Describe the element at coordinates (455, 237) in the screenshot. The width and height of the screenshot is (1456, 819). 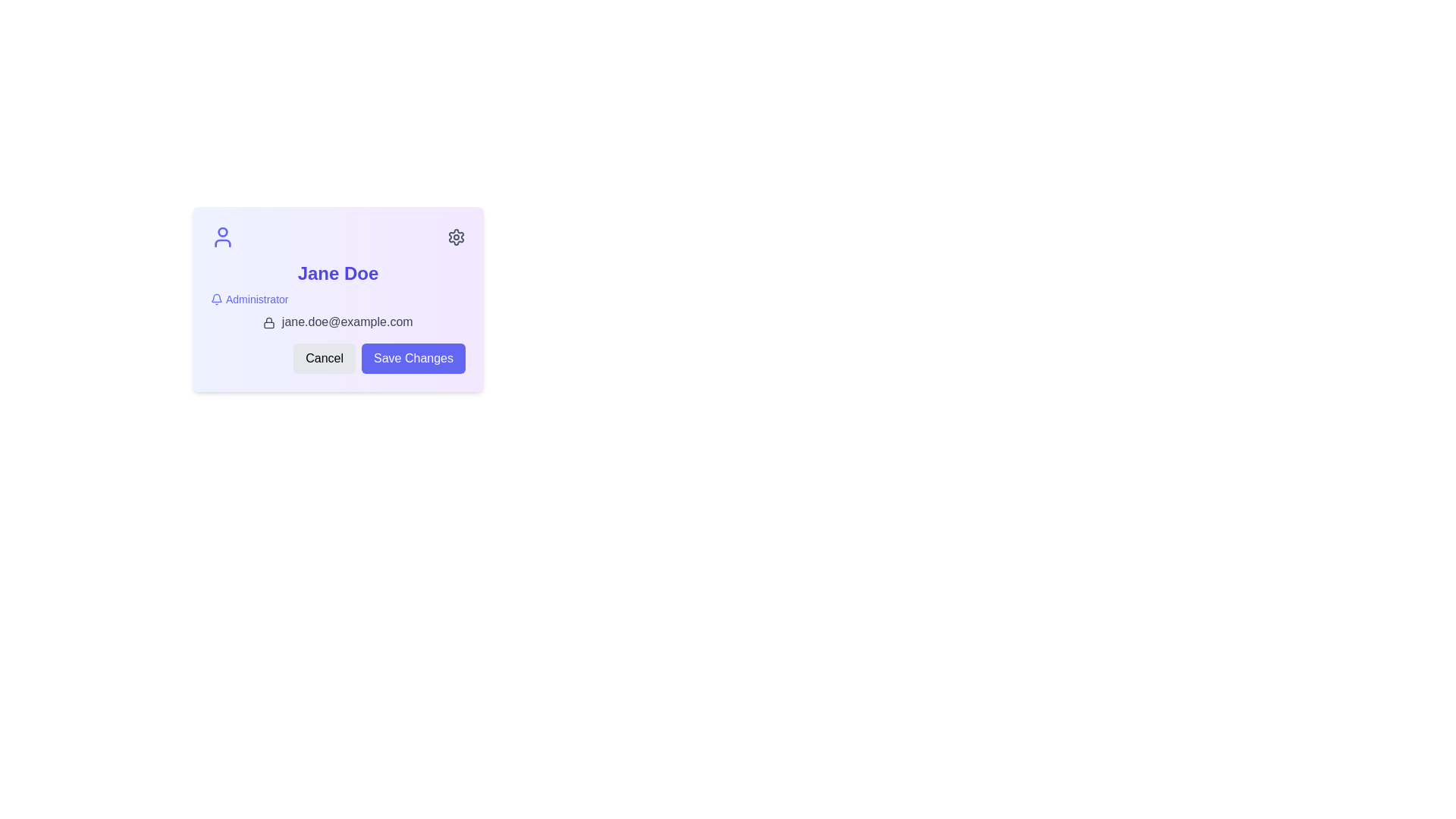
I see `the settings icon located in the upper-right corner of the settings interface` at that location.